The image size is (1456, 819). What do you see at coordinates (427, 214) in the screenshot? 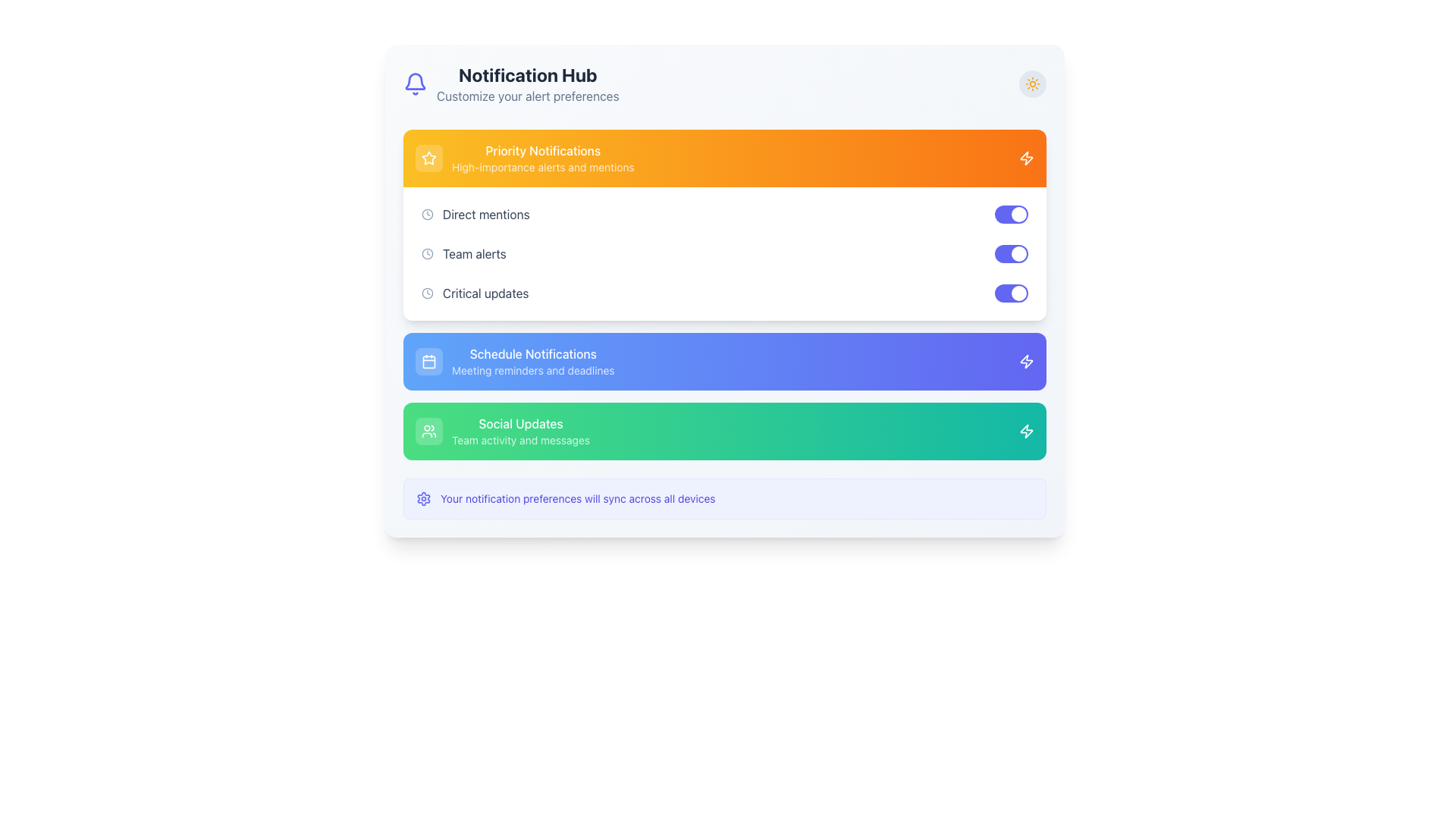
I see `the clock icon located at the top-left corner of the 'Direct mentions' list item in the 'Priority Notifications' section` at bounding box center [427, 214].